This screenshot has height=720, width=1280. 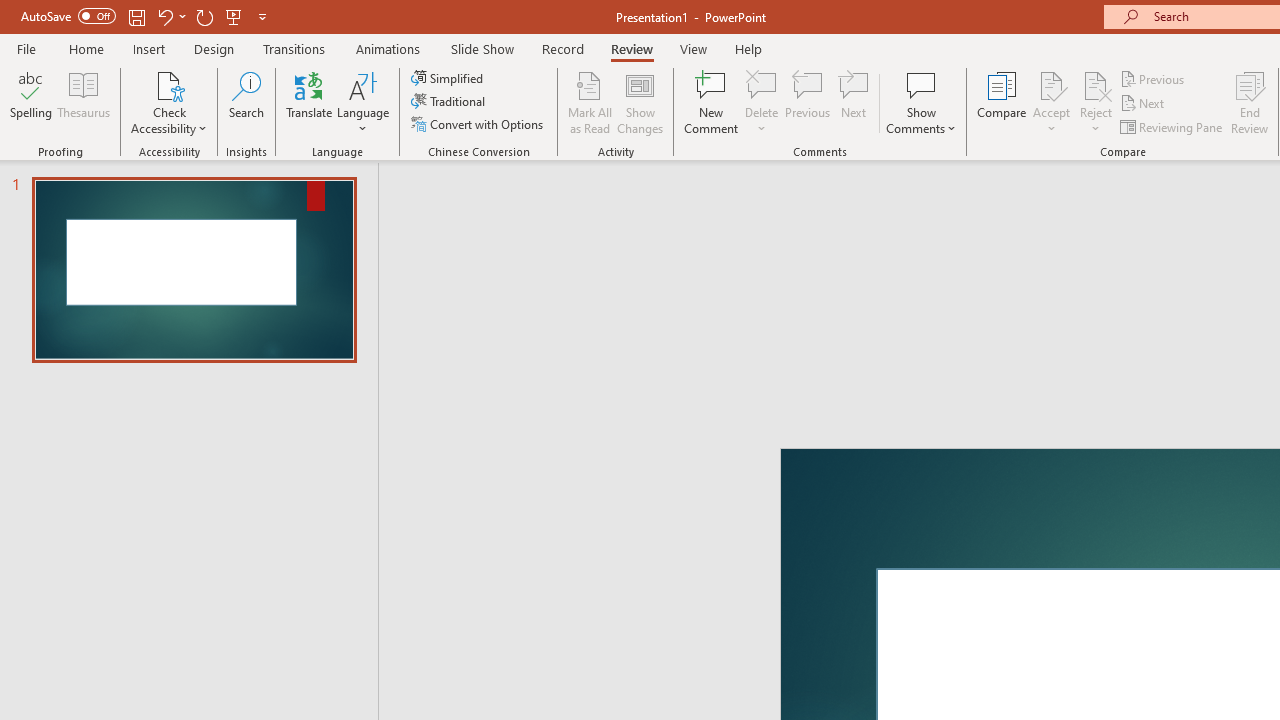 I want to click on 'Reject Change', so click(x=1095, y=84).